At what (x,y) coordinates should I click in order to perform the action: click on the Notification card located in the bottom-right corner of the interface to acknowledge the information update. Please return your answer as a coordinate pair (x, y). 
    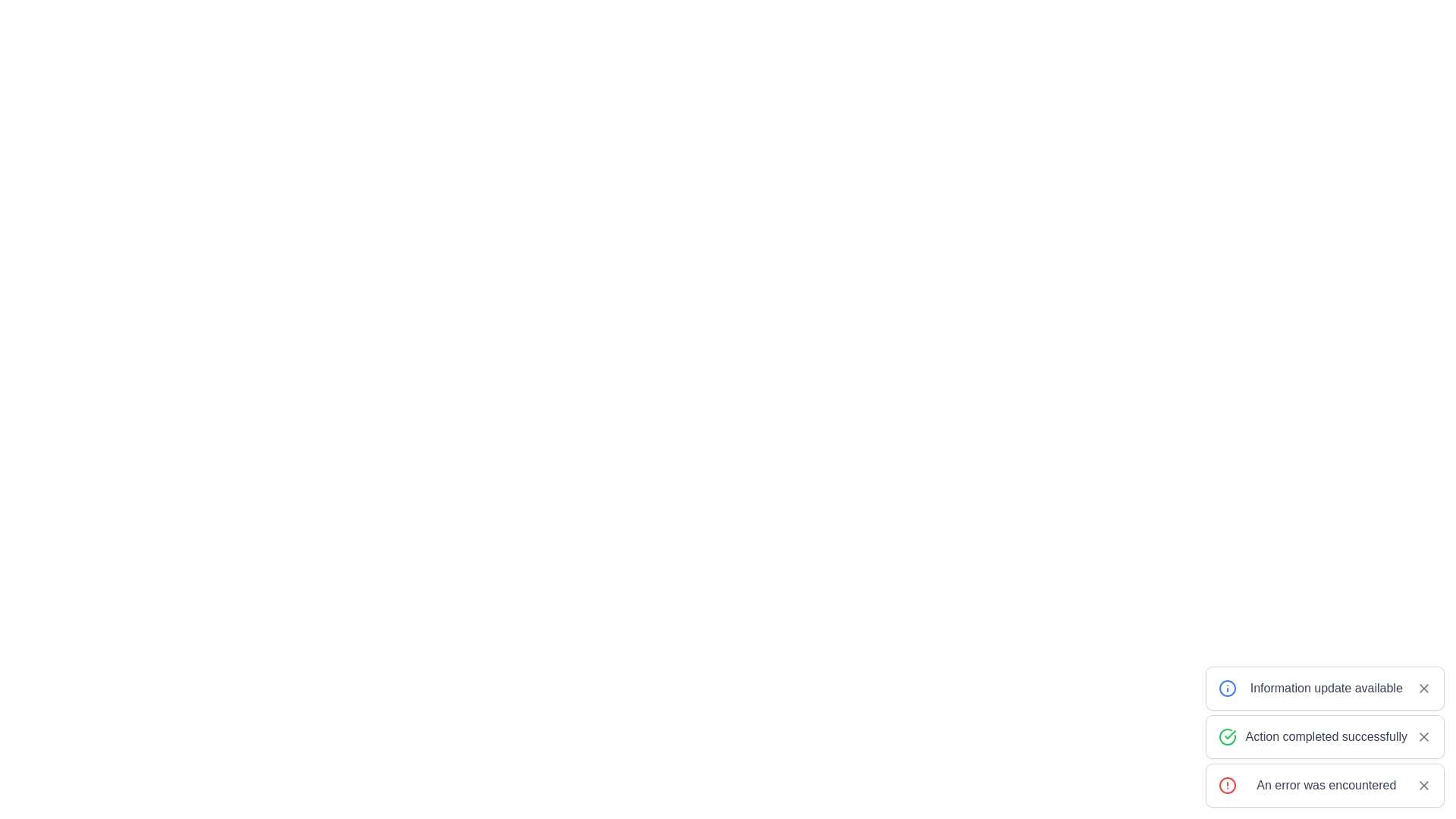
    Looking at the image, I should click on (1324, 688).